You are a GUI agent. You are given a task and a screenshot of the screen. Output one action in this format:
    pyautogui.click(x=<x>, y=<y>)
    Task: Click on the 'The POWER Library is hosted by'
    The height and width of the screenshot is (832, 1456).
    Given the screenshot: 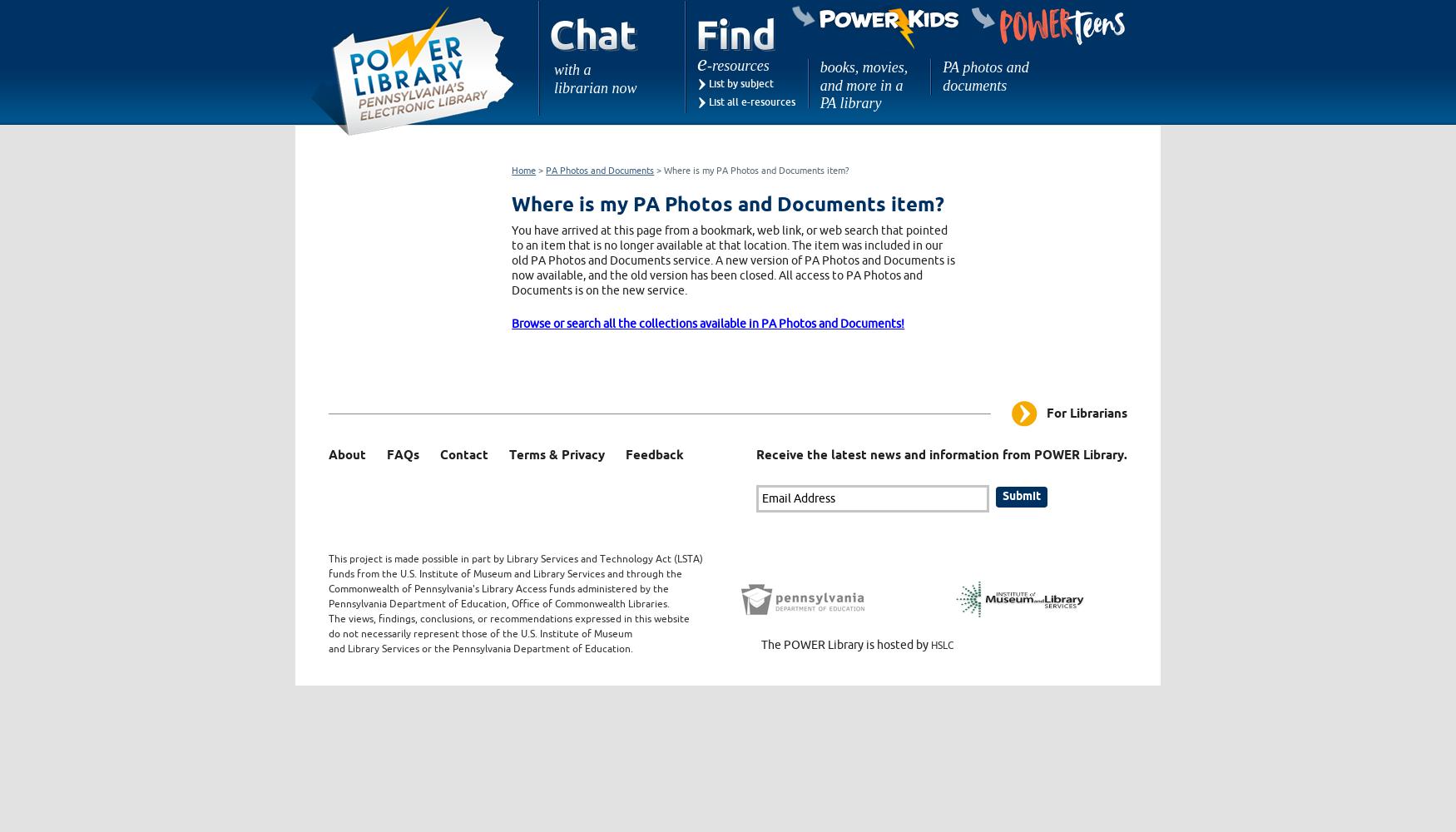 What is the action you would take?
    pyautogui.click(x=844, y=644)
    